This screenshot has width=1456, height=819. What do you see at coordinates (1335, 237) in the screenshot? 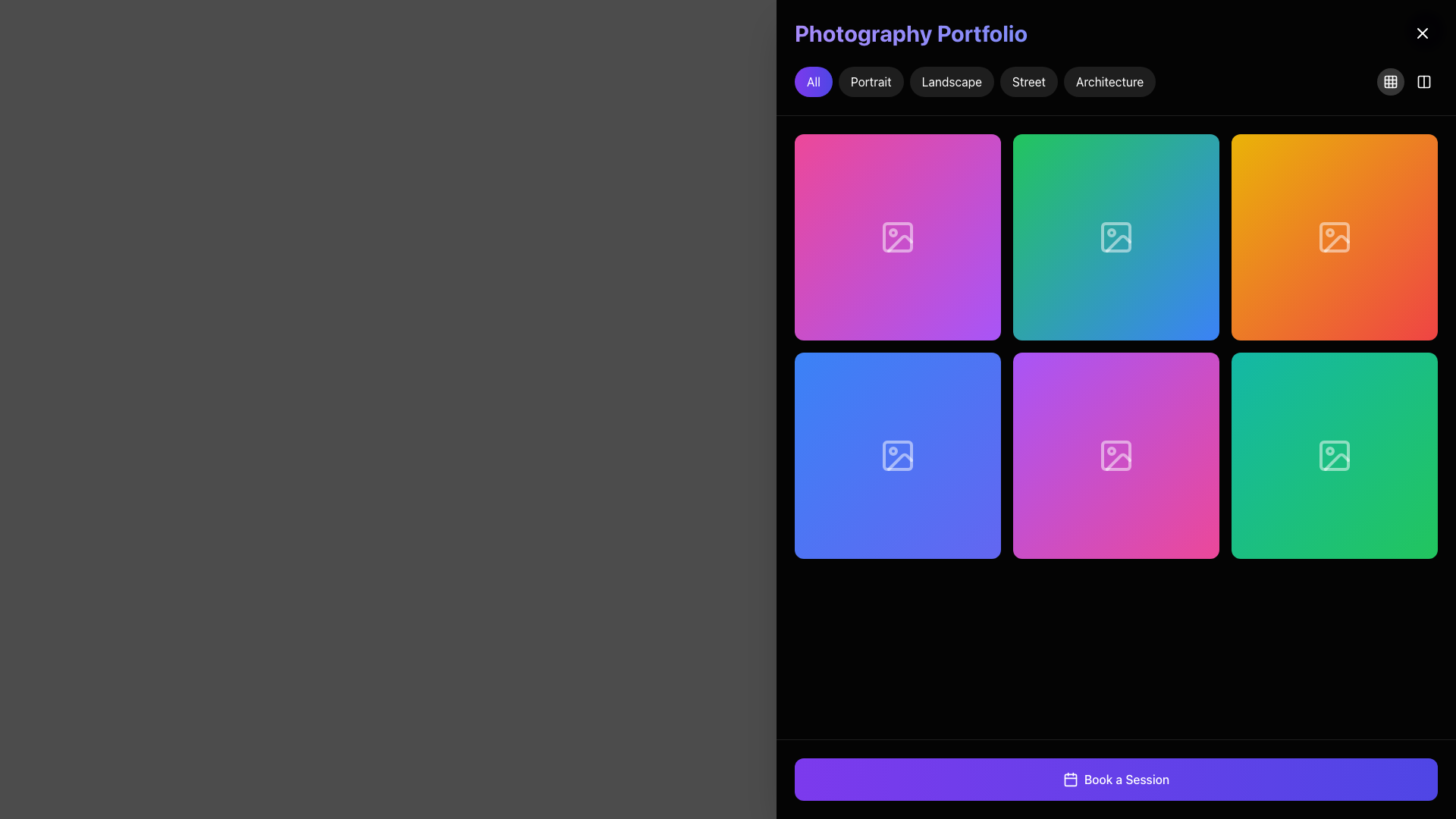
I see `the decorative rectangle located within the orange square tile at the top right corner of the grid layout, which signifies imagery or media content` at bounding box center [1335, 237].